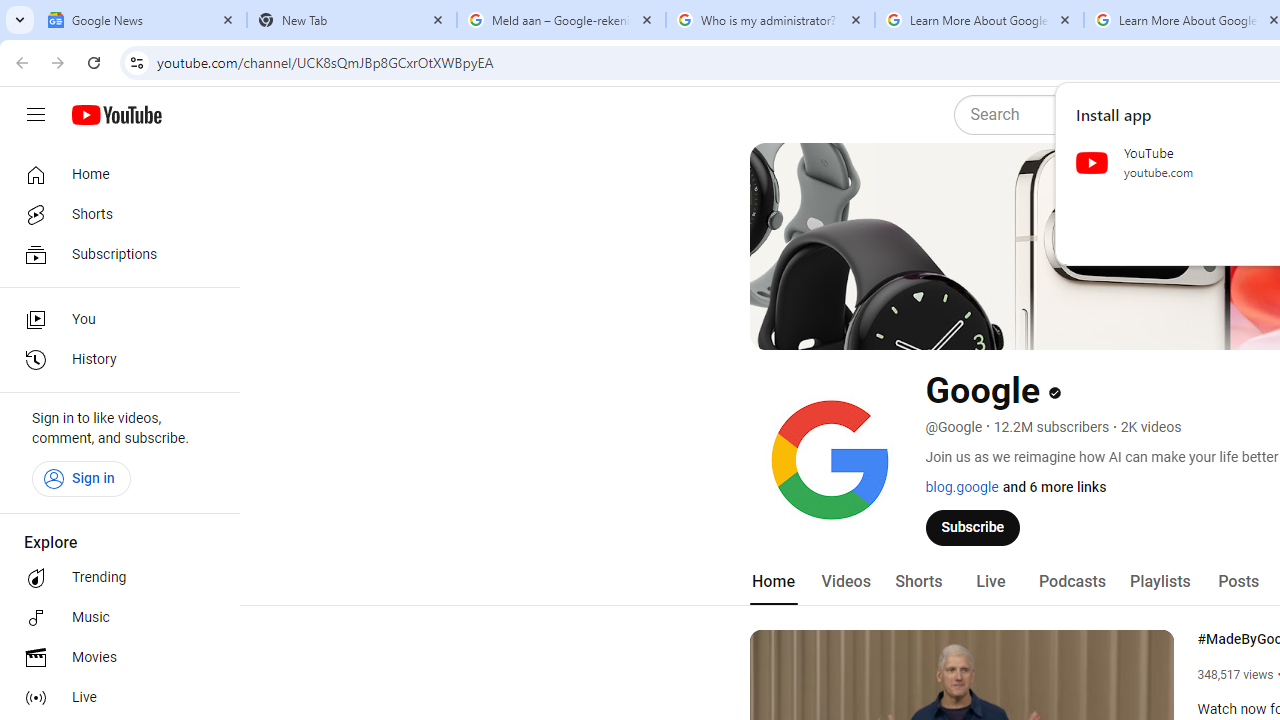  Describe the element at coordinates (1160, 581) in the screenshot. I see `'Playlists'` at that location.